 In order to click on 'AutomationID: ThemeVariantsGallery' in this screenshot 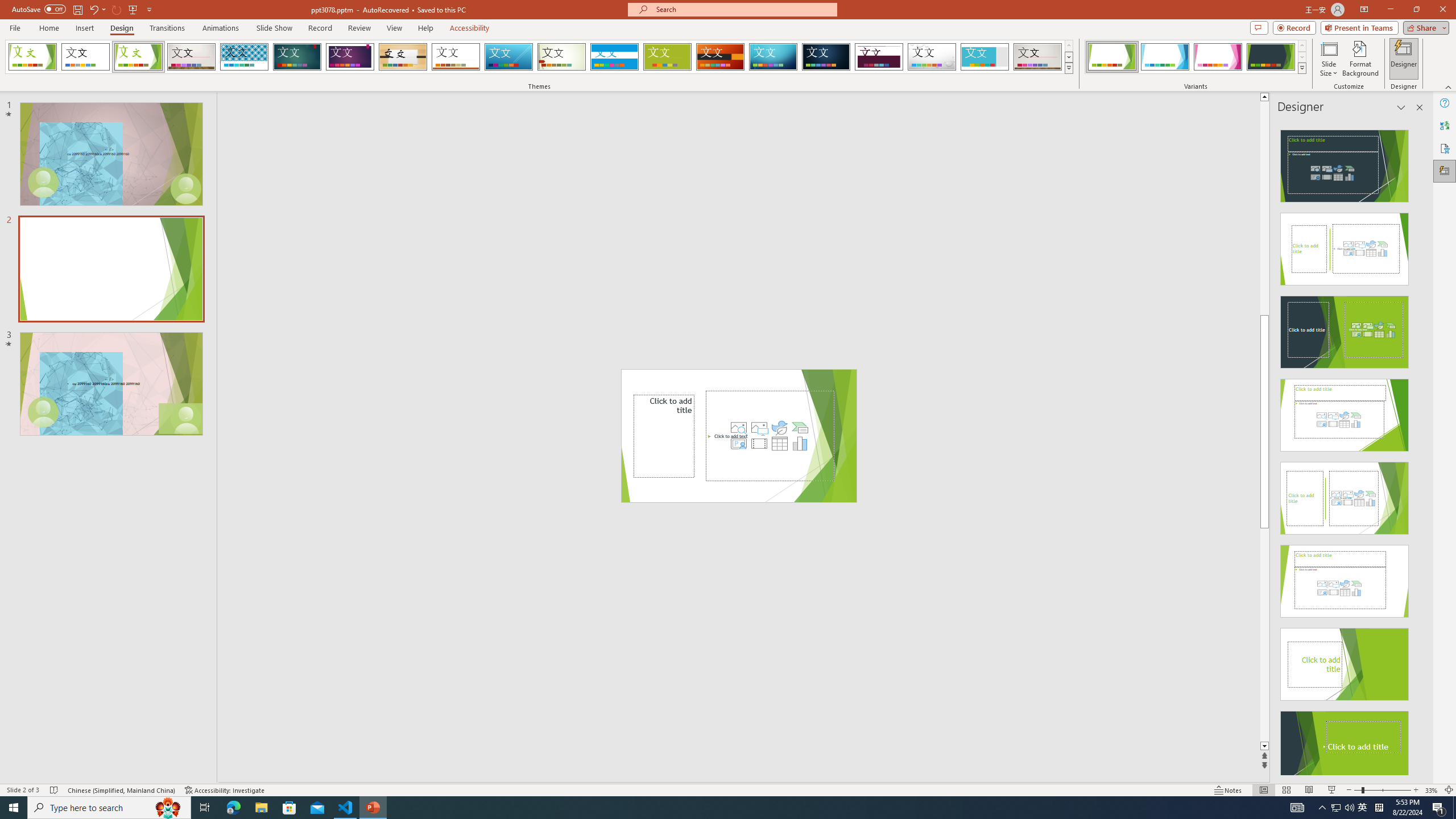, I will do `click(1196, 56)`.